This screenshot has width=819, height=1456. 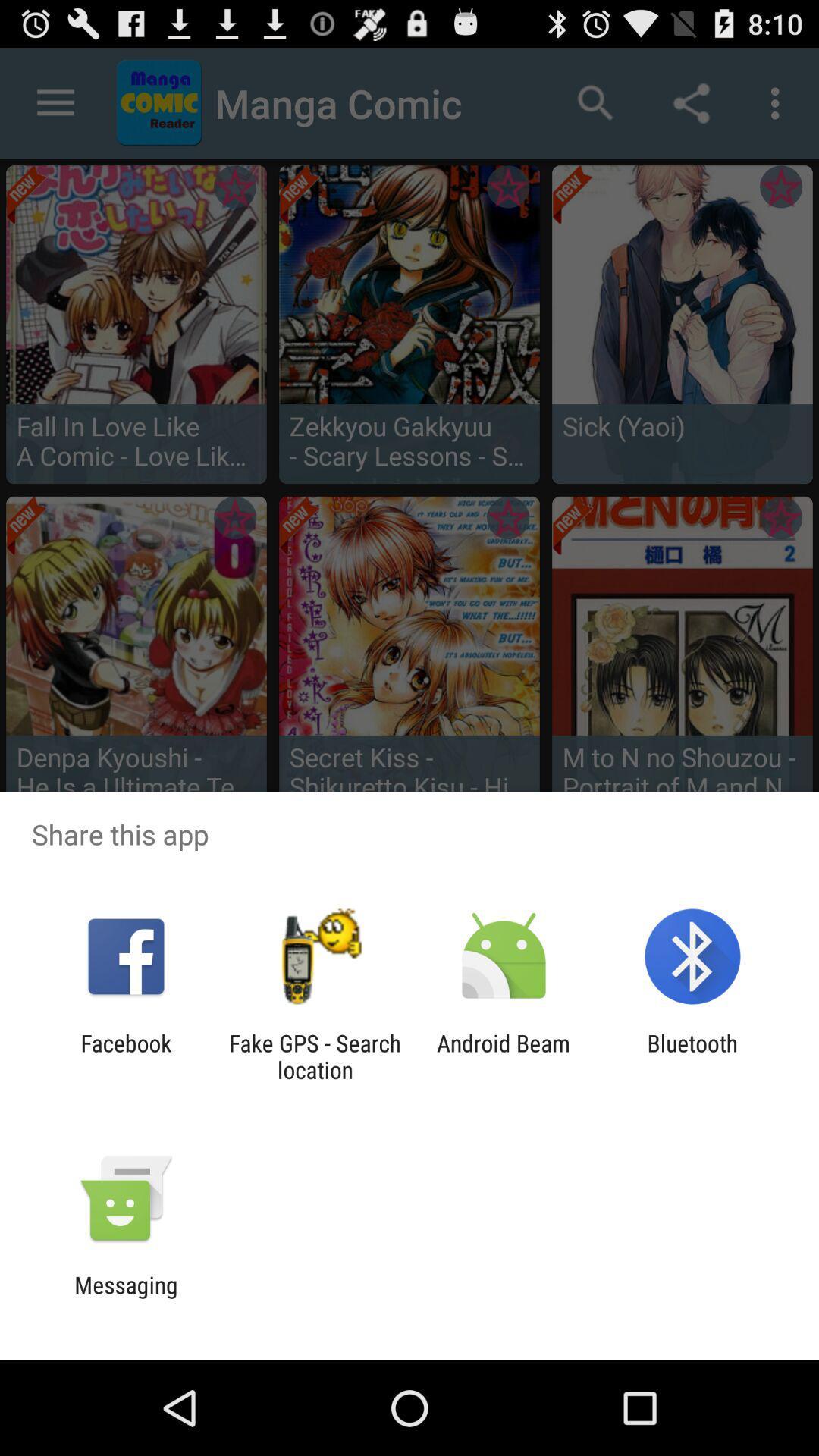 What do you see at coordinates (692, 1056) in the screenshot?
I see `the icon at the bottom right corner` at bounding box center [692, 1056].